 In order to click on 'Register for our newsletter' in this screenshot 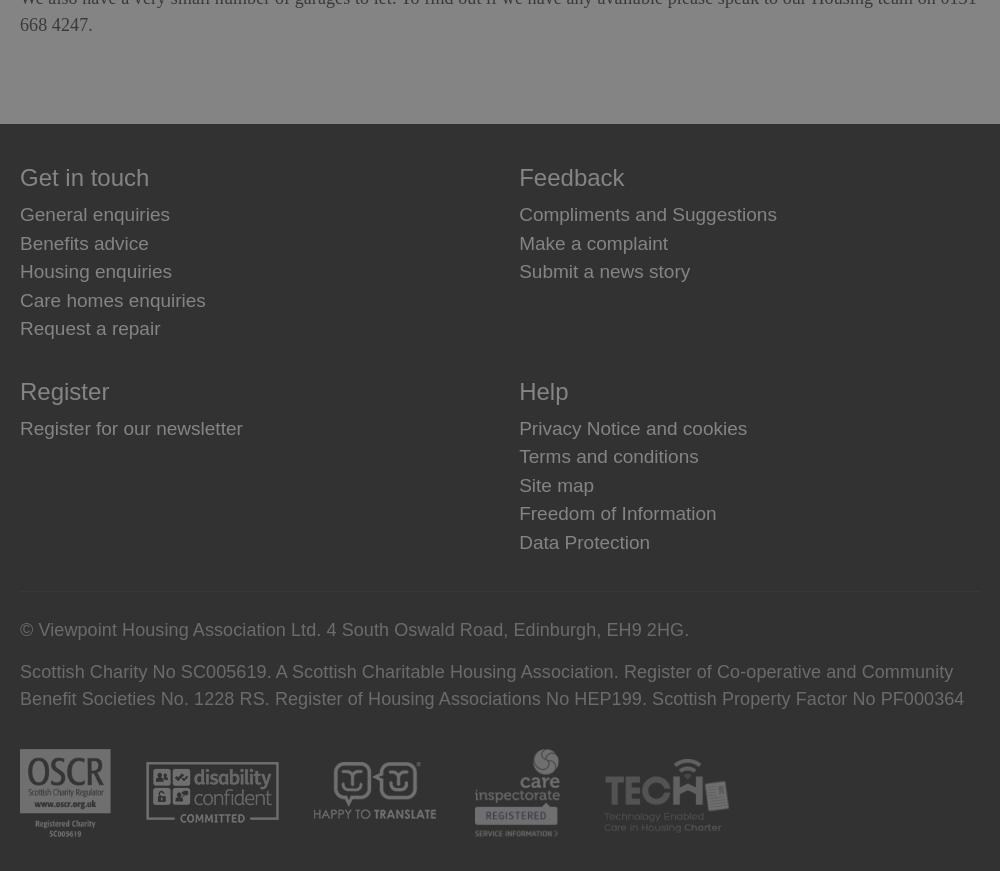, I will do `click(131, 426)`.